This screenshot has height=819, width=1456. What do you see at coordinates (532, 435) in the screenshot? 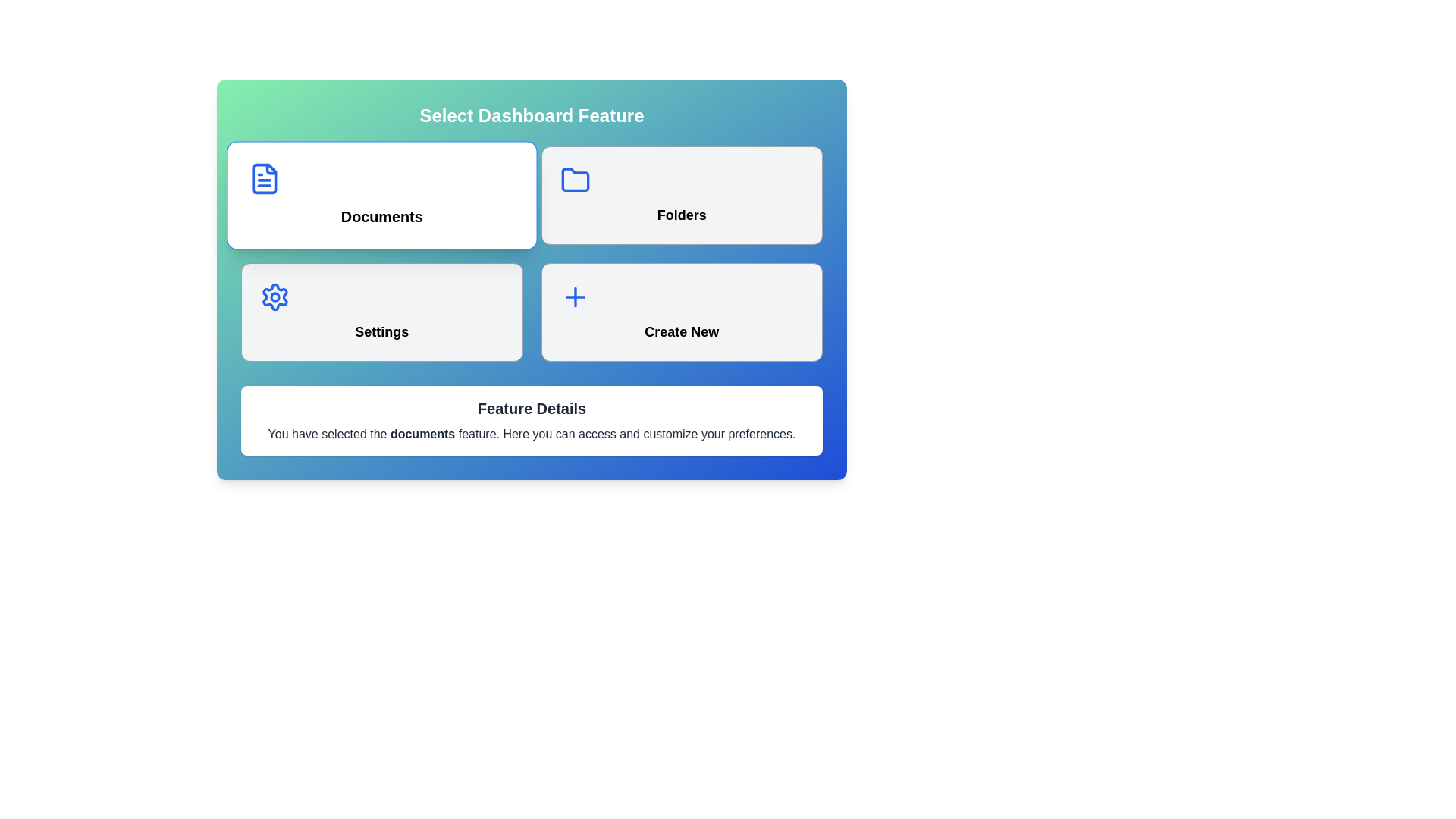
I see `the informational Text Label for the 'documents' feature located in the lower white section of the 'Feature Details' panel, which is the second element below the bold title` at bounding box center [532, 435].